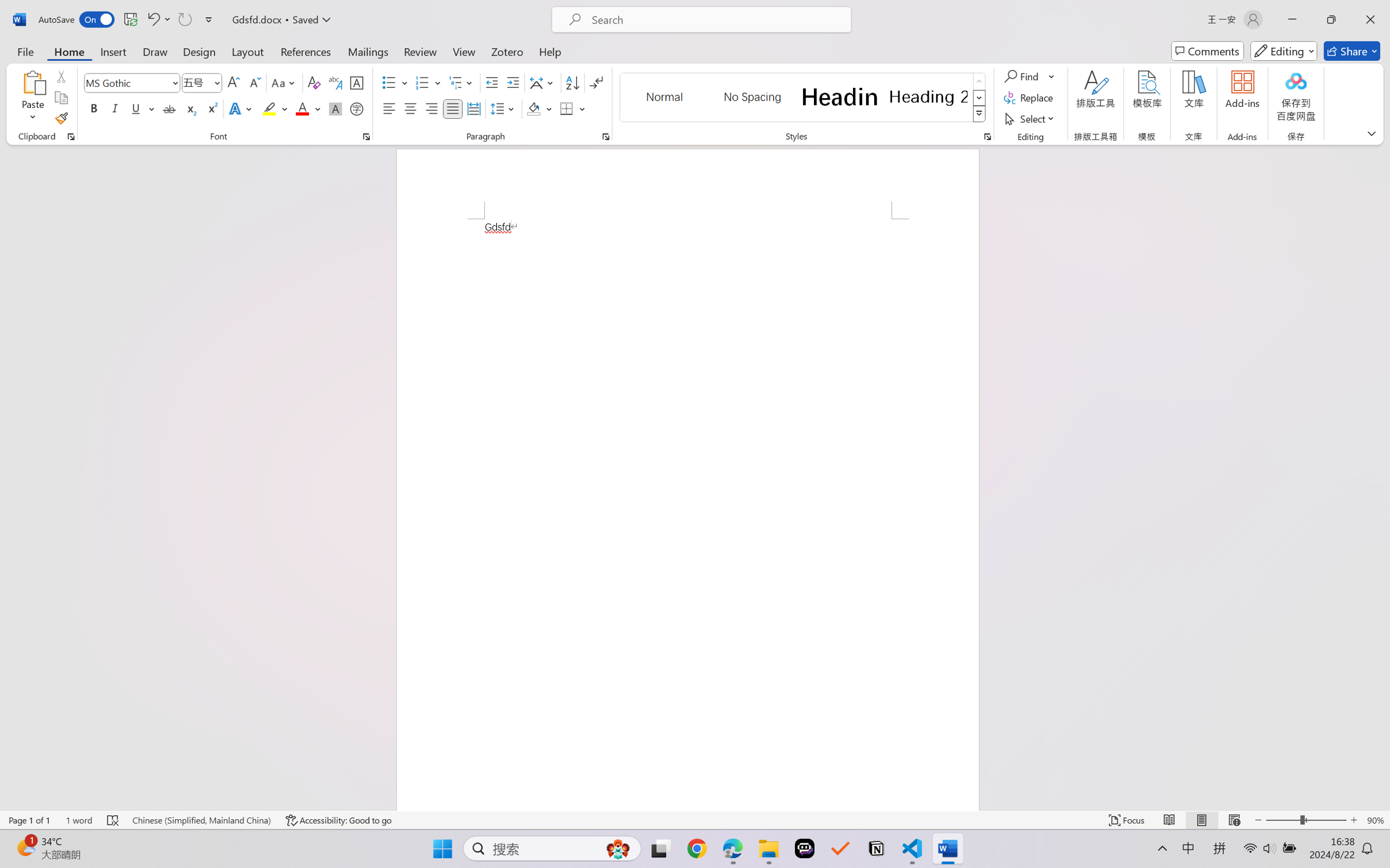 Image resolution: width=1390 pixels, height=868 pixels. What do you see at coordinates (184, 19) in the screenshot?
I see `'Can'` at bounding box center [184, 19].